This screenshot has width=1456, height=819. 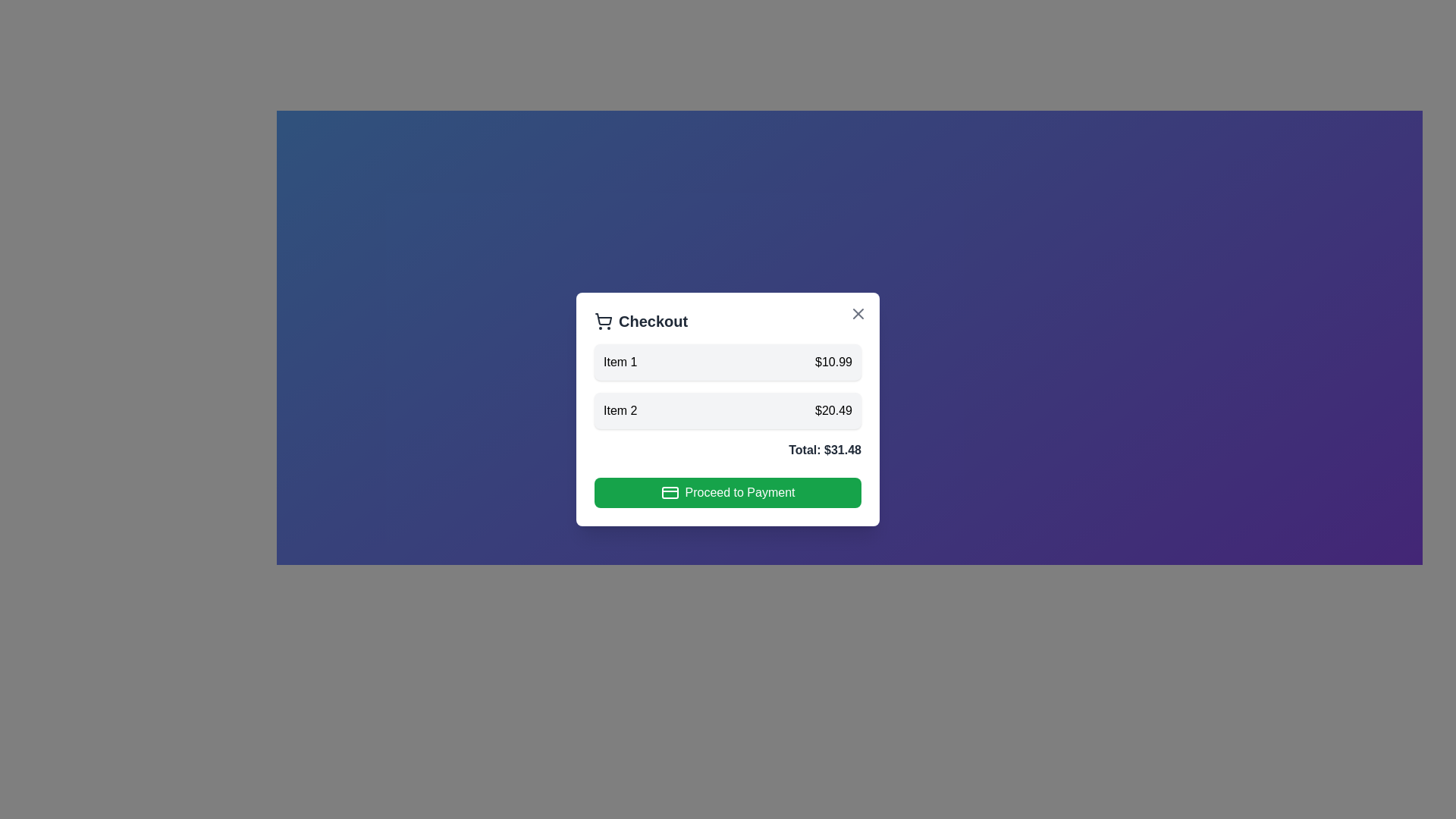 What do you see at coordinates (858, 312) in the screenshot?
I see `the close icon represented by a graphical X at the top-right corner of the 'Checkout' modal` at bounding box center [858, 312].